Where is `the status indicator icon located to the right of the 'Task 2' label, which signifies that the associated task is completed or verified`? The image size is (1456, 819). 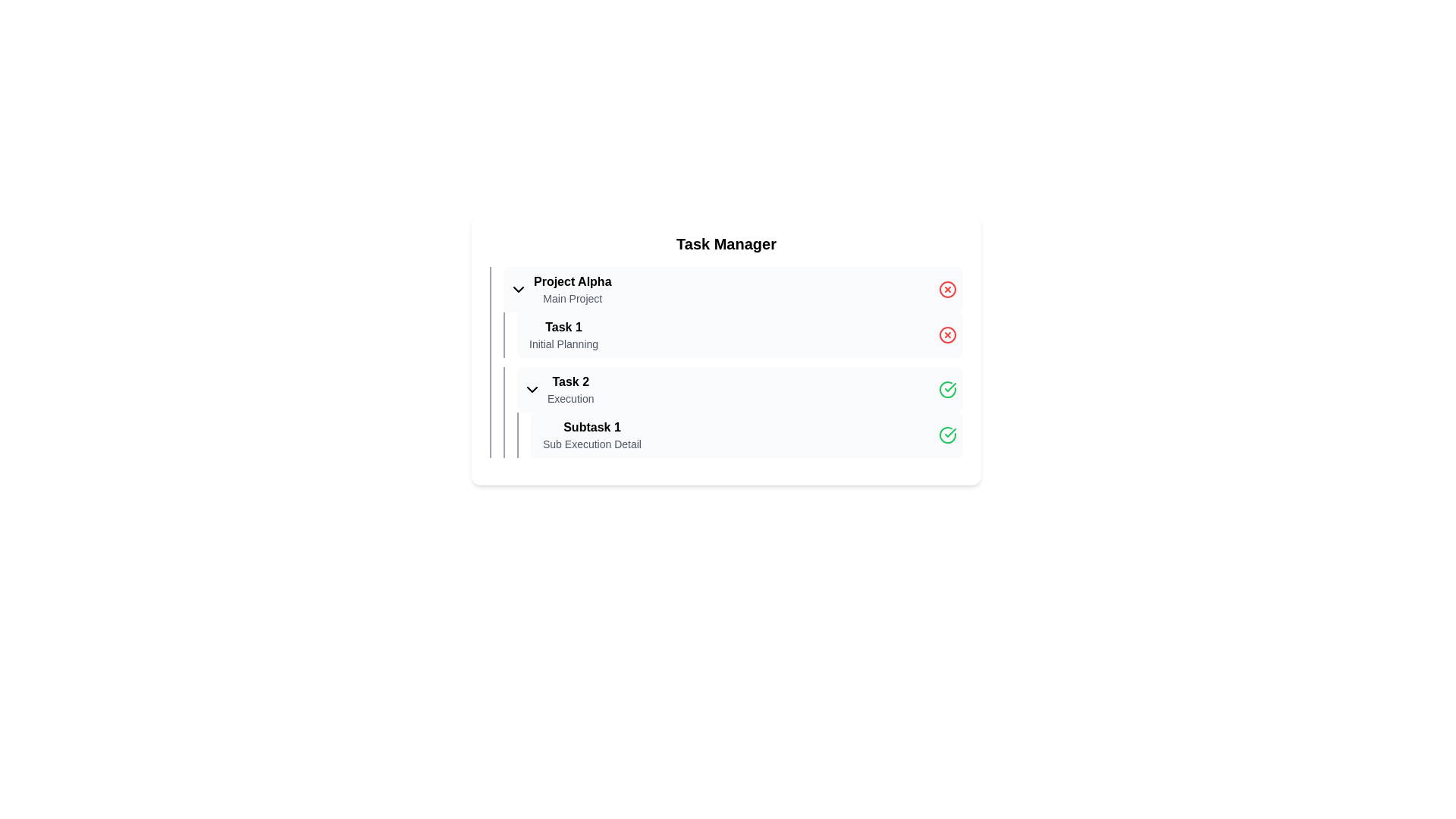
the status indicator icon located to the right of the 'Task 2' label, which signifies that the associated task is completed or verified is located at coordinates (949, 432).